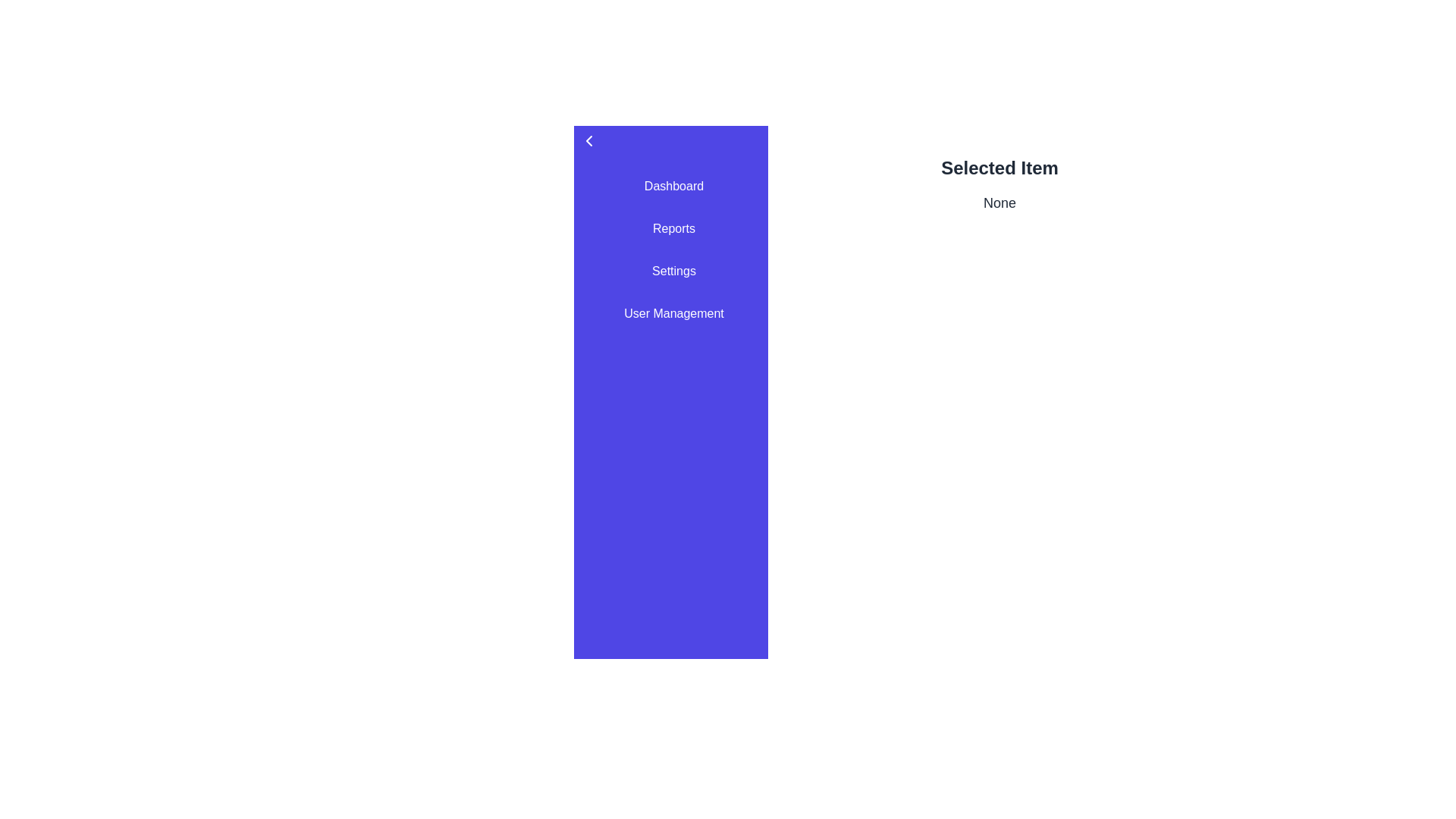 The width and height of the screenshot is (1456, 819). Describe the element at coordinates (999, 202) in the screenshot. I see `the text label displaying the word 'None', which is centered below the header text 'Selected Item' in a dark color on a light background` at that location.